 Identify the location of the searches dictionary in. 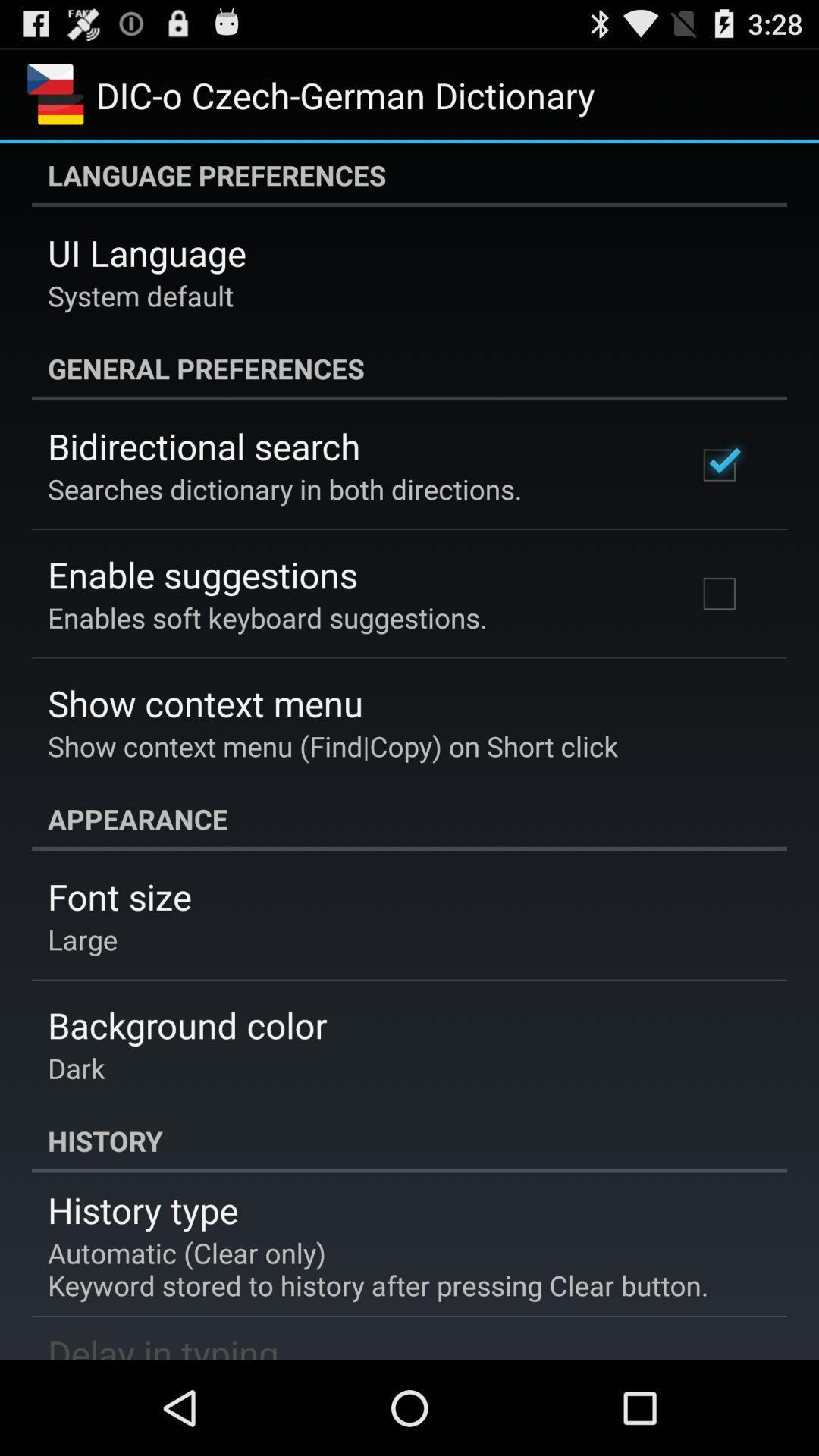
(284, 488).